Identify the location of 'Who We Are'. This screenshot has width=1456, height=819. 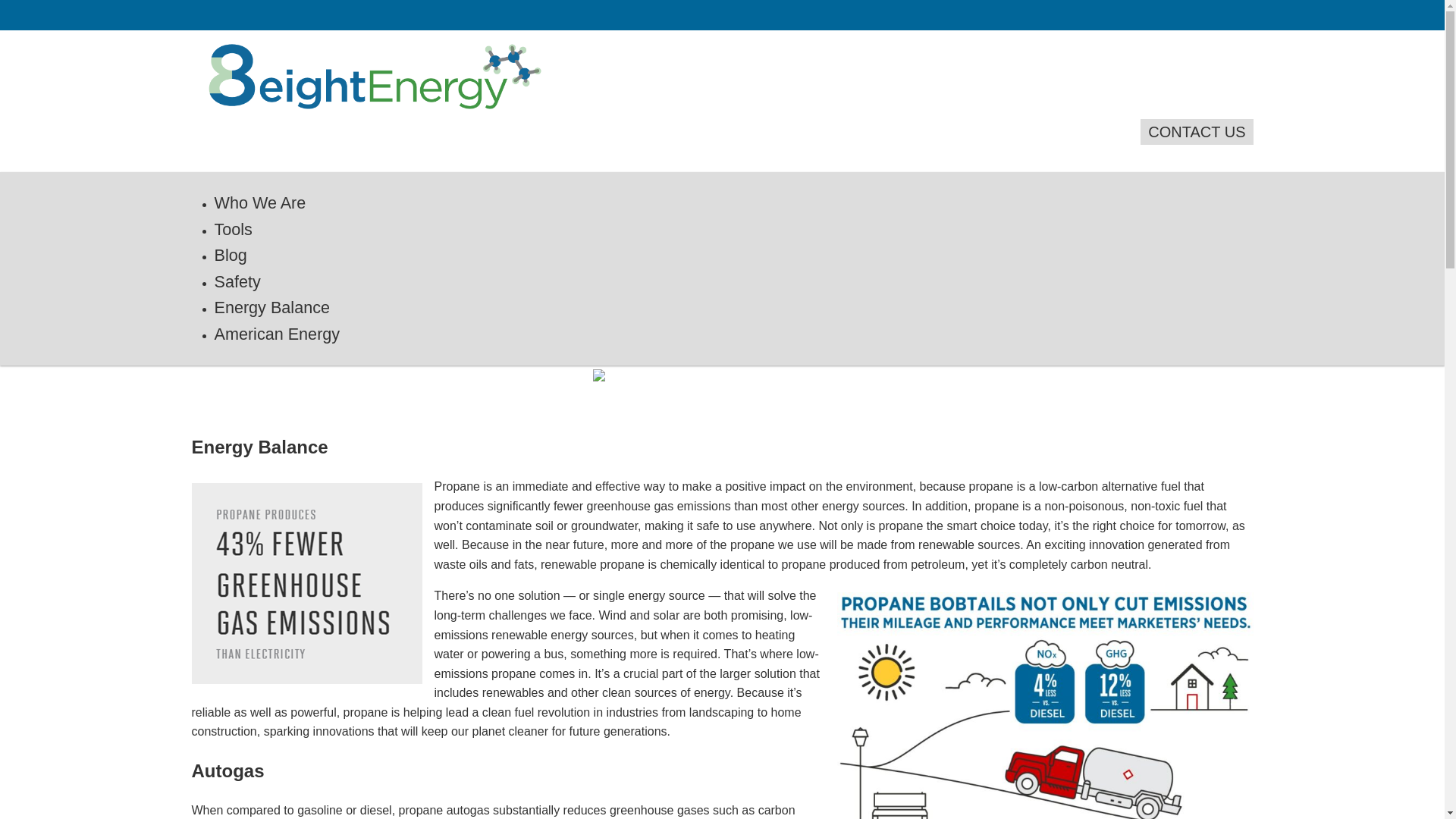
(213, 202).